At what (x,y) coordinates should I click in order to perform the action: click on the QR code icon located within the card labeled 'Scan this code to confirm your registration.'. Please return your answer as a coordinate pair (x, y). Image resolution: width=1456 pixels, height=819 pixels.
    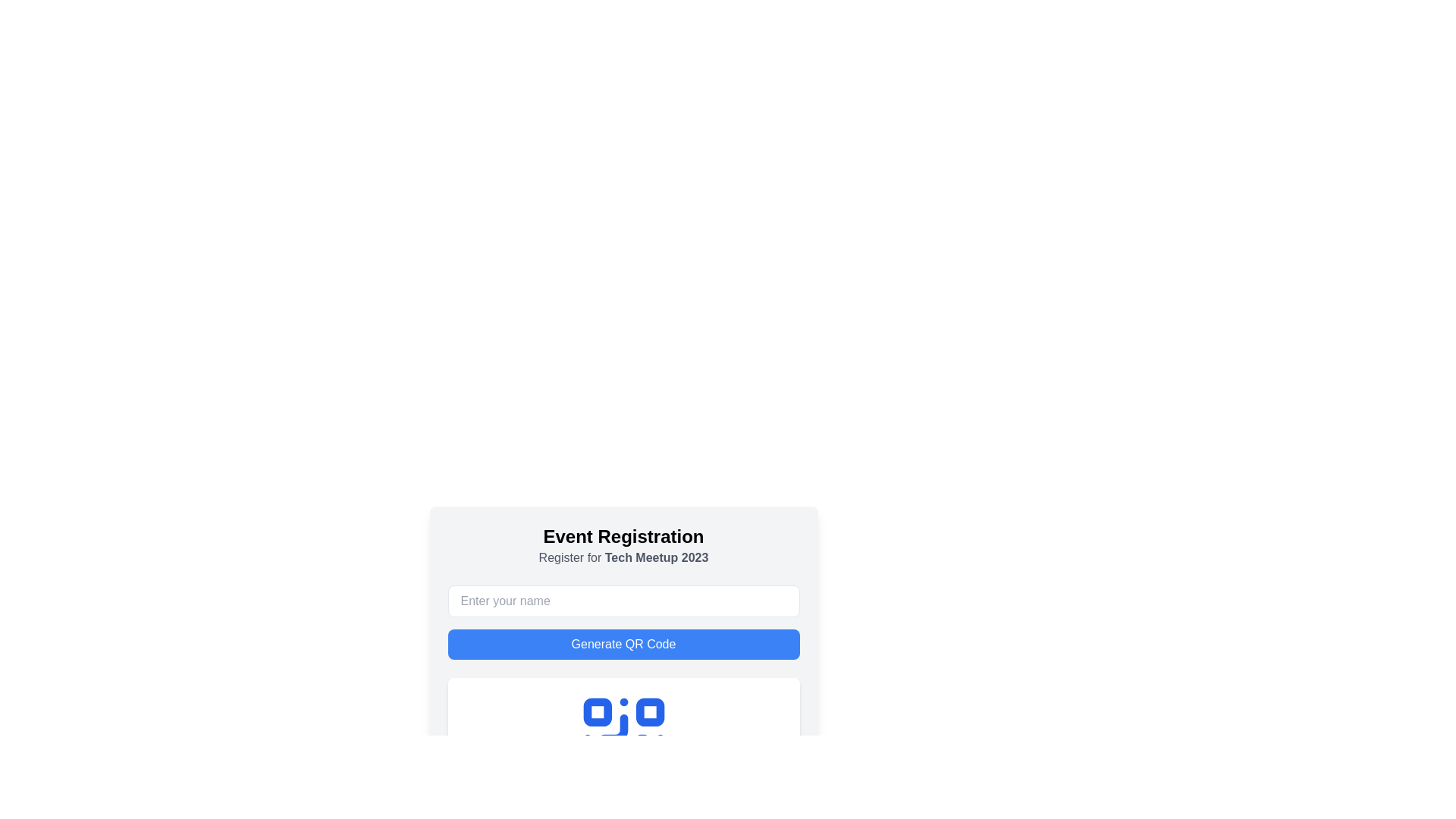
    Looking at the image, I should click on (623, 738).